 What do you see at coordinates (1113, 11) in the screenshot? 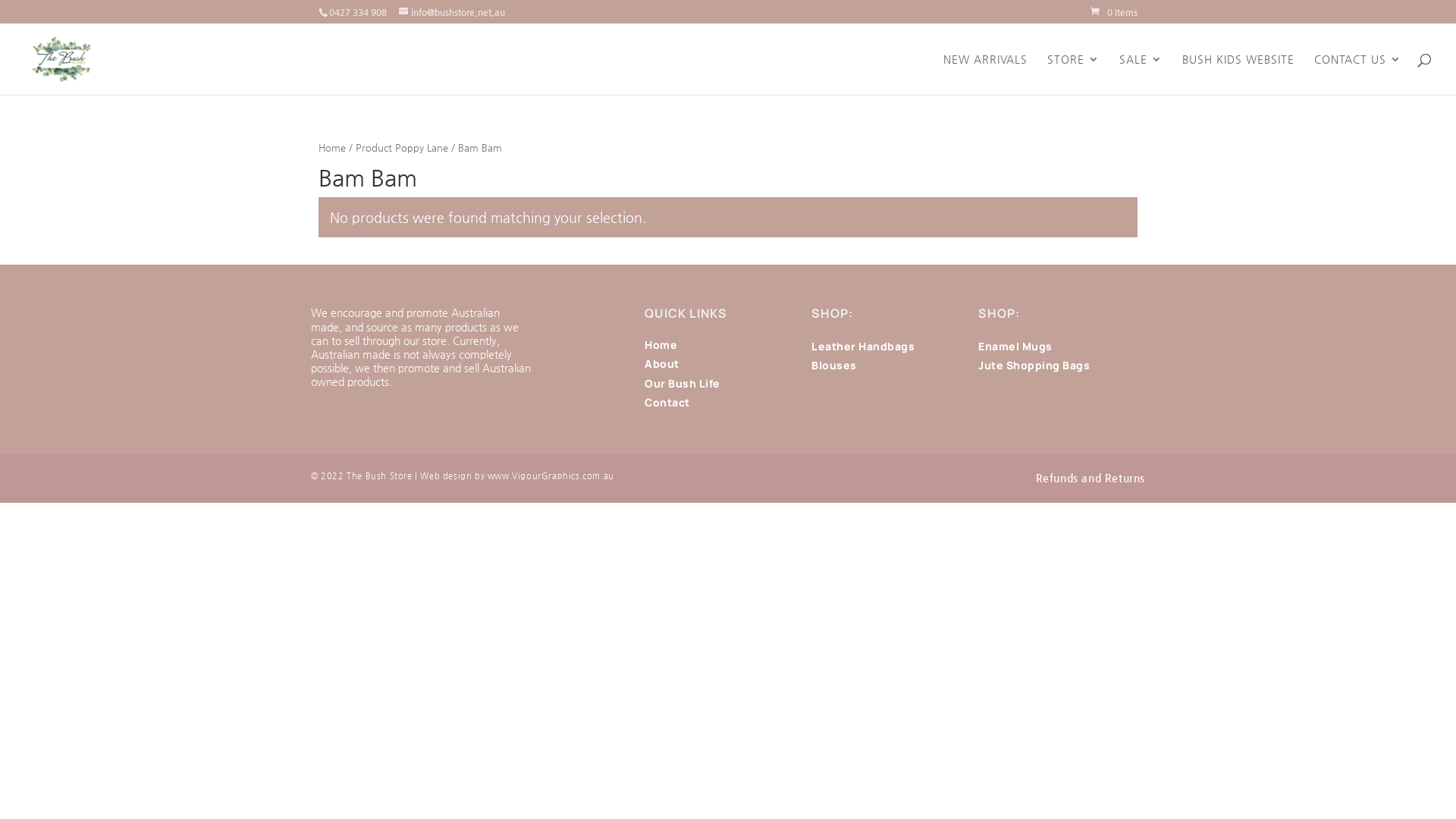
I see `'0 Items'` at bounding box center [1113, 11].